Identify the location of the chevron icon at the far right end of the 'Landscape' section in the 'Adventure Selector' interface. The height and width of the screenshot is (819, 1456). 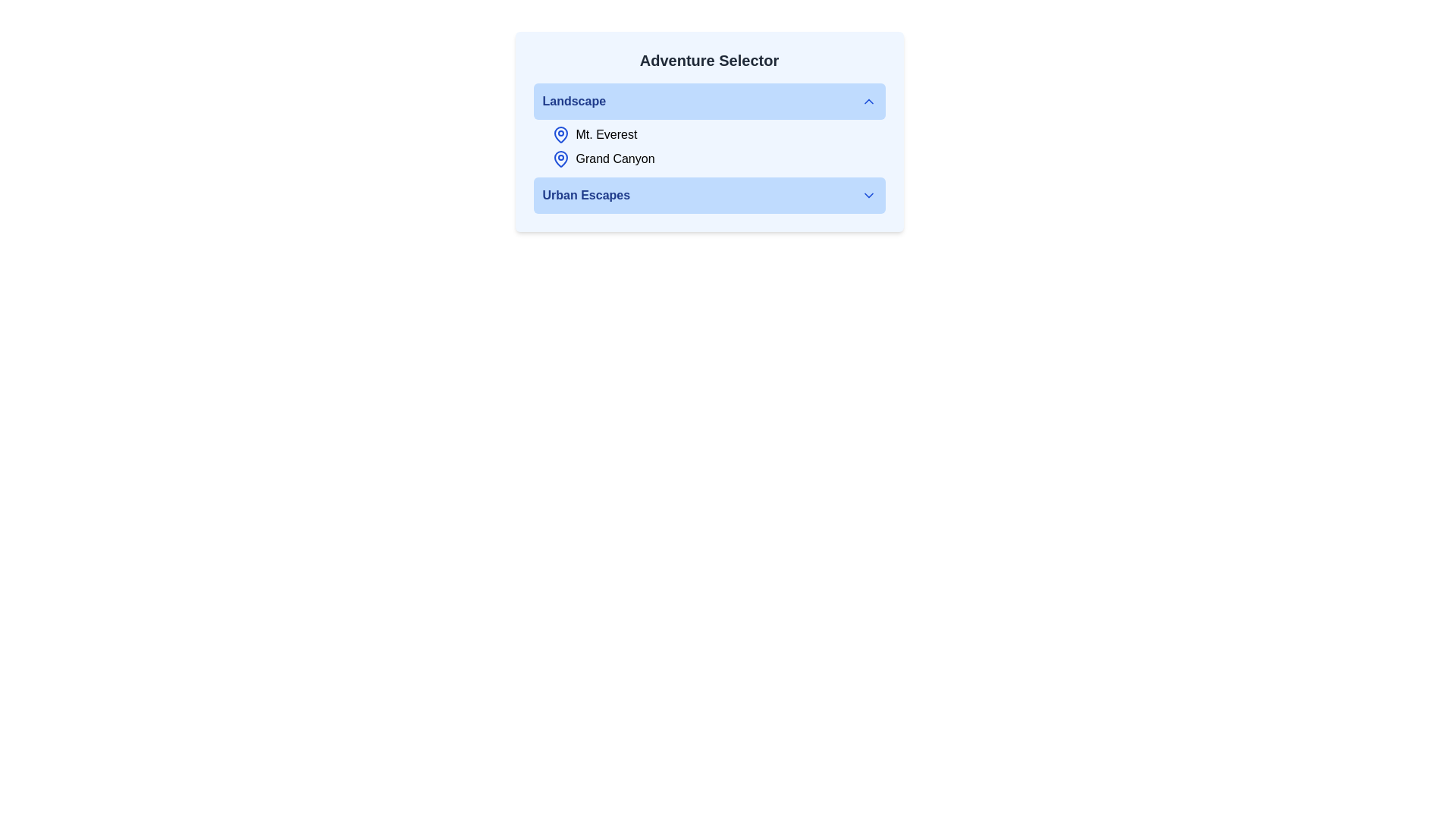
(868, 102).